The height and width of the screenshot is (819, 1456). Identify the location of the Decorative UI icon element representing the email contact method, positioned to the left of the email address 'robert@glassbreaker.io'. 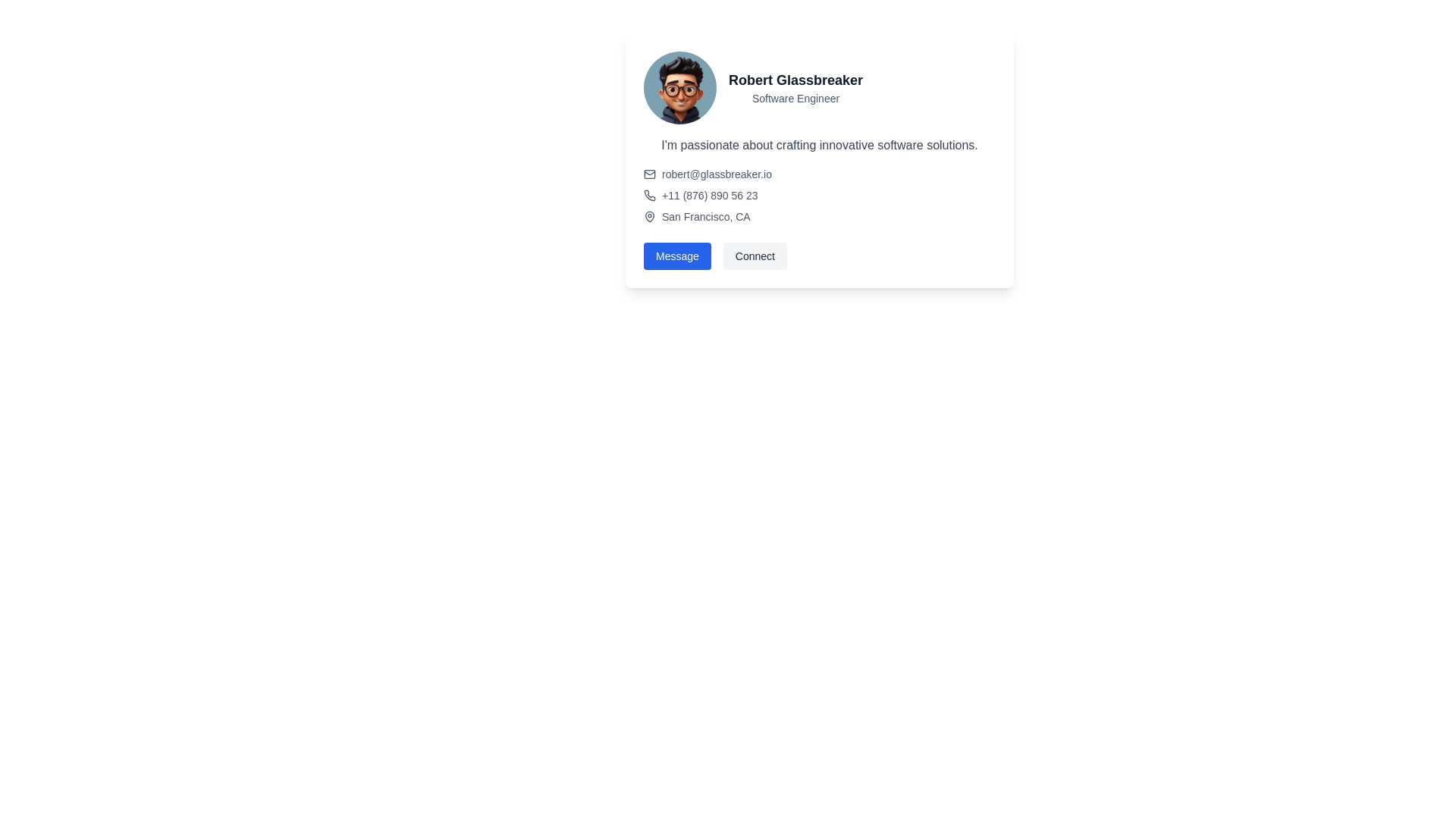
(650, 174).